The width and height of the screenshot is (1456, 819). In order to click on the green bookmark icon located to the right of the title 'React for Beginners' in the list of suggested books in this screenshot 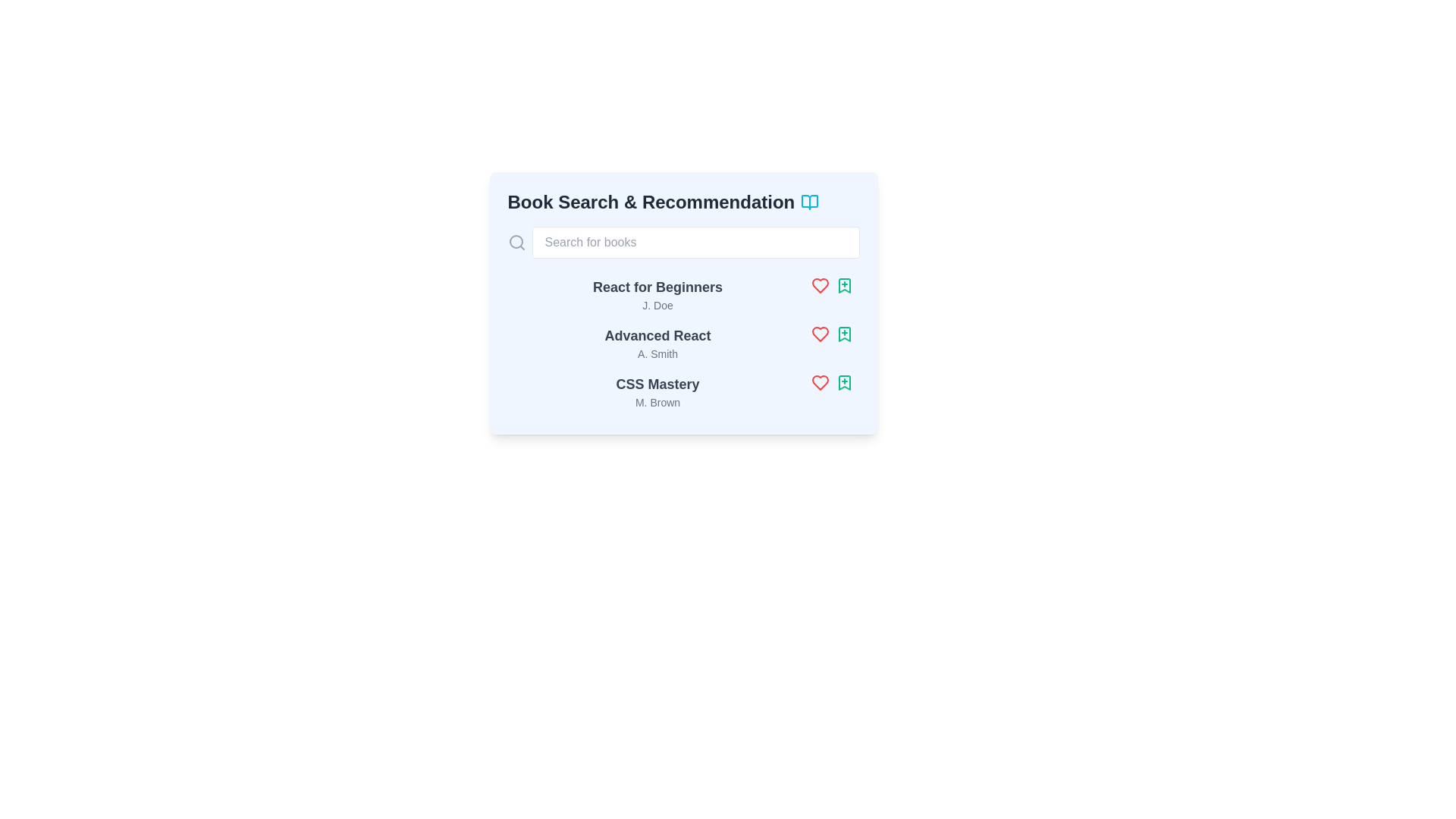, I will do `click(843, 286)`.